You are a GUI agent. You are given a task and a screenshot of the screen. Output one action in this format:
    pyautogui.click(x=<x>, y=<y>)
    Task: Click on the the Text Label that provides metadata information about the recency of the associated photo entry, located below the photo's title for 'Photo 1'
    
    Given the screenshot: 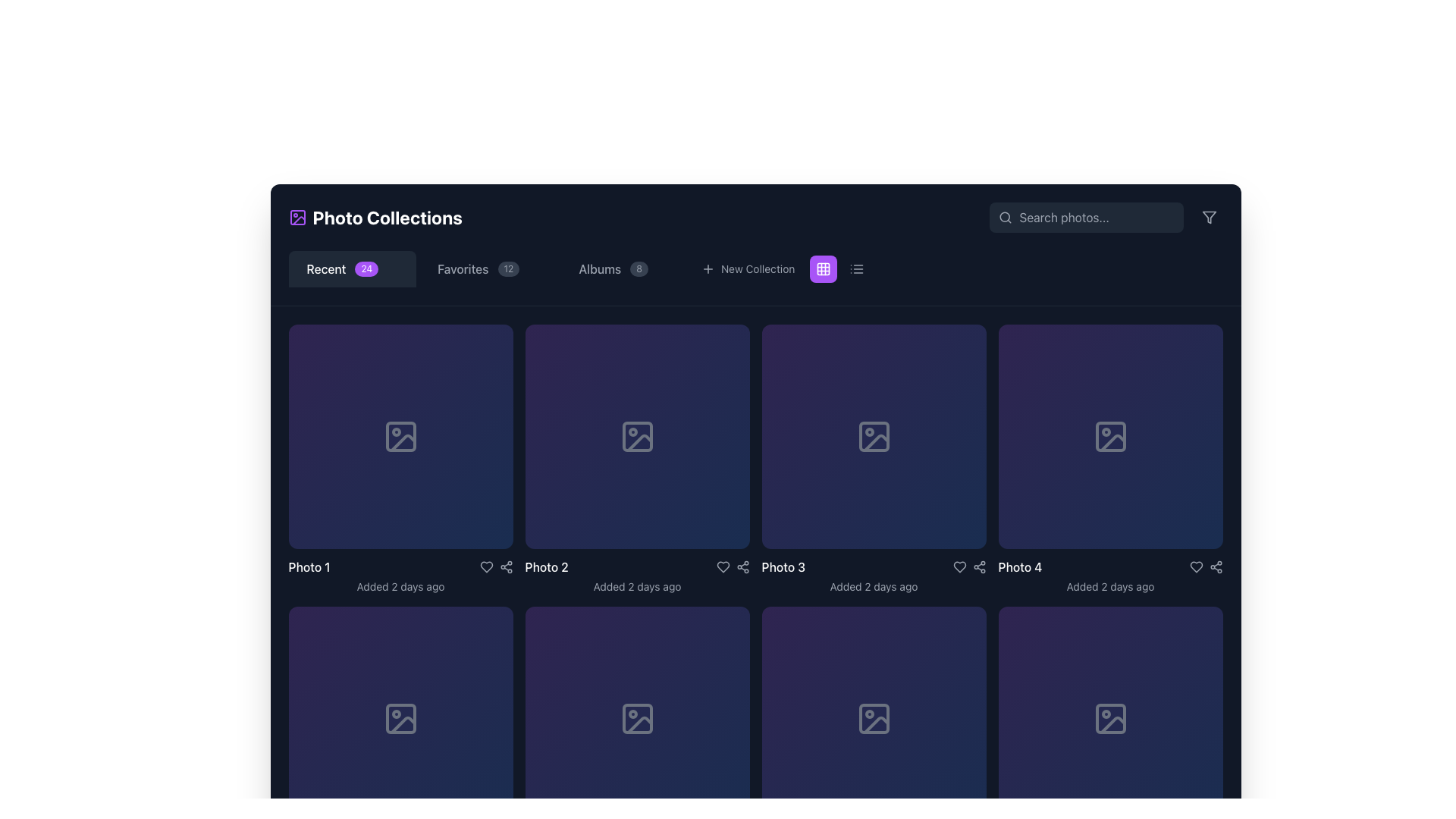 What is the action you would take?
    pyautogui.click(x=400, y=586)
    